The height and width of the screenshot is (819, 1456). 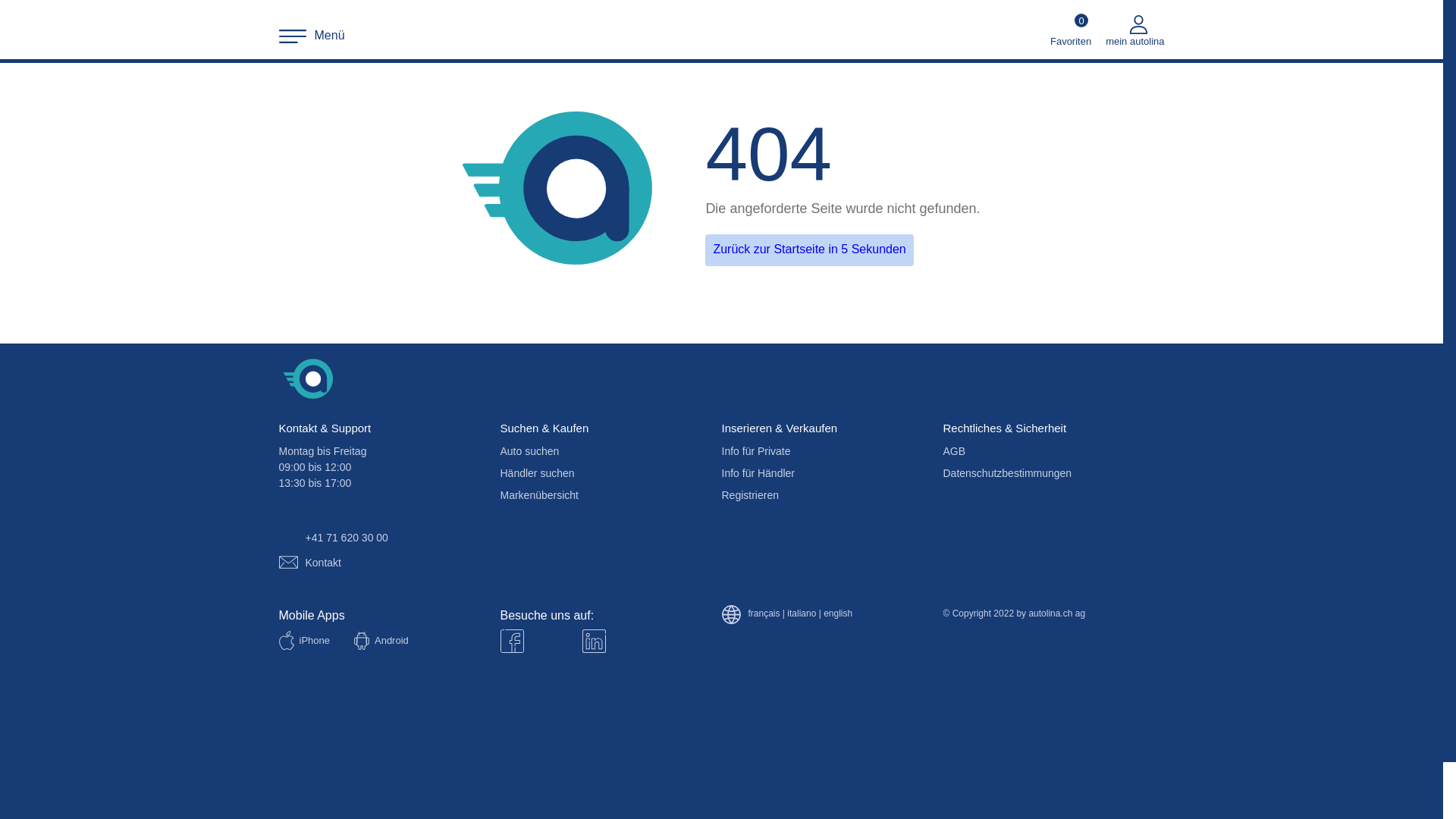 What do you see at coordinates (1069, 30) in the screenshot?
I see `'0` at bounding box center [1069, 30].